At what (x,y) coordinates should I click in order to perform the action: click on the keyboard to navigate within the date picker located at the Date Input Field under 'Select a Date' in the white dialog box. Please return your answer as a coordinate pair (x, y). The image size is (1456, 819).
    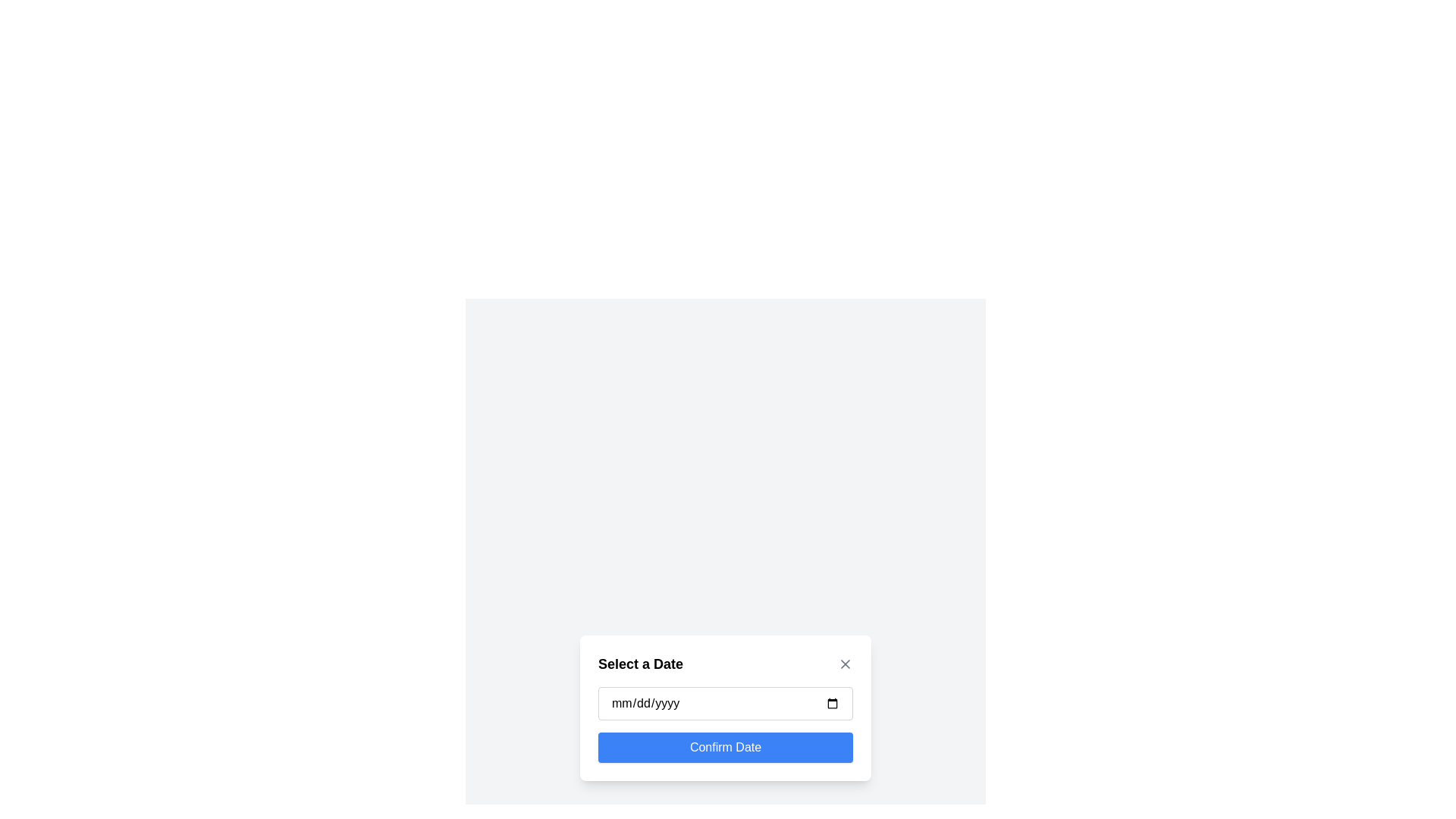
    Looking at the image, I should click on (724, 704).